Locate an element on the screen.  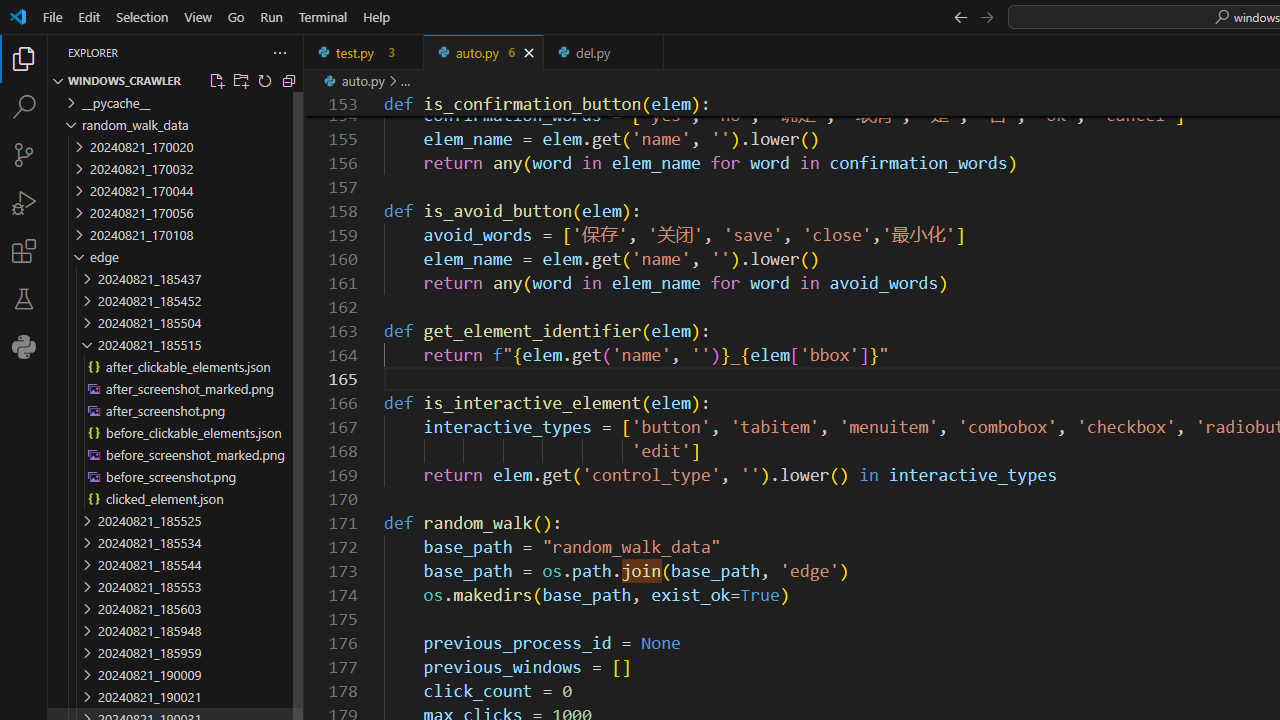
'Source Control (Ctrl+Shift+G)' is located at coordinates (24, 154).